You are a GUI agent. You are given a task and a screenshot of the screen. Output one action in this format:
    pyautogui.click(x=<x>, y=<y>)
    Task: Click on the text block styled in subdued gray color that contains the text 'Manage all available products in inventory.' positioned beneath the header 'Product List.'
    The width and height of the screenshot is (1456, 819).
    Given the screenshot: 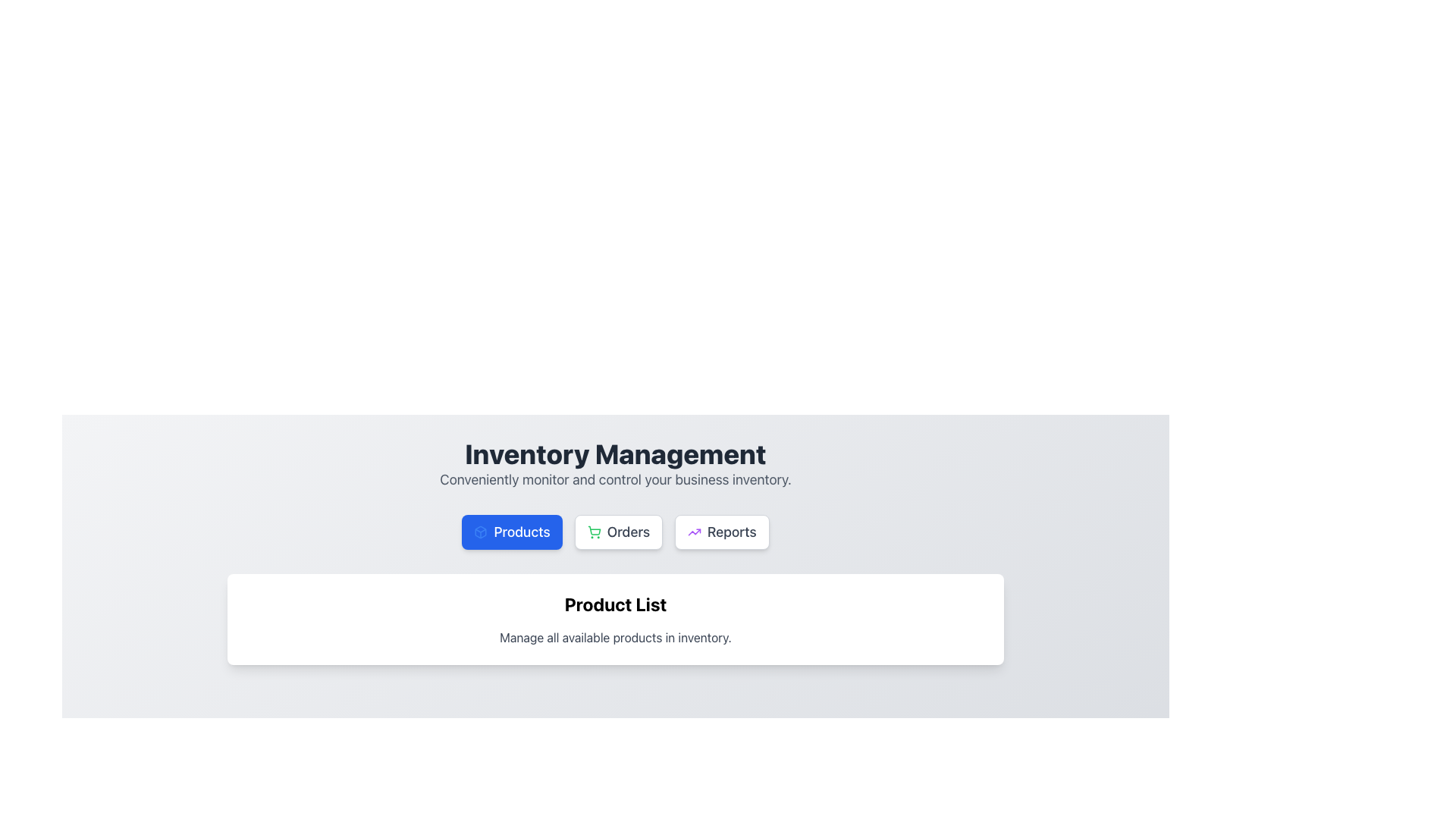 What is the action you would take?
    pyautogui.click(x=615, y=637)
    